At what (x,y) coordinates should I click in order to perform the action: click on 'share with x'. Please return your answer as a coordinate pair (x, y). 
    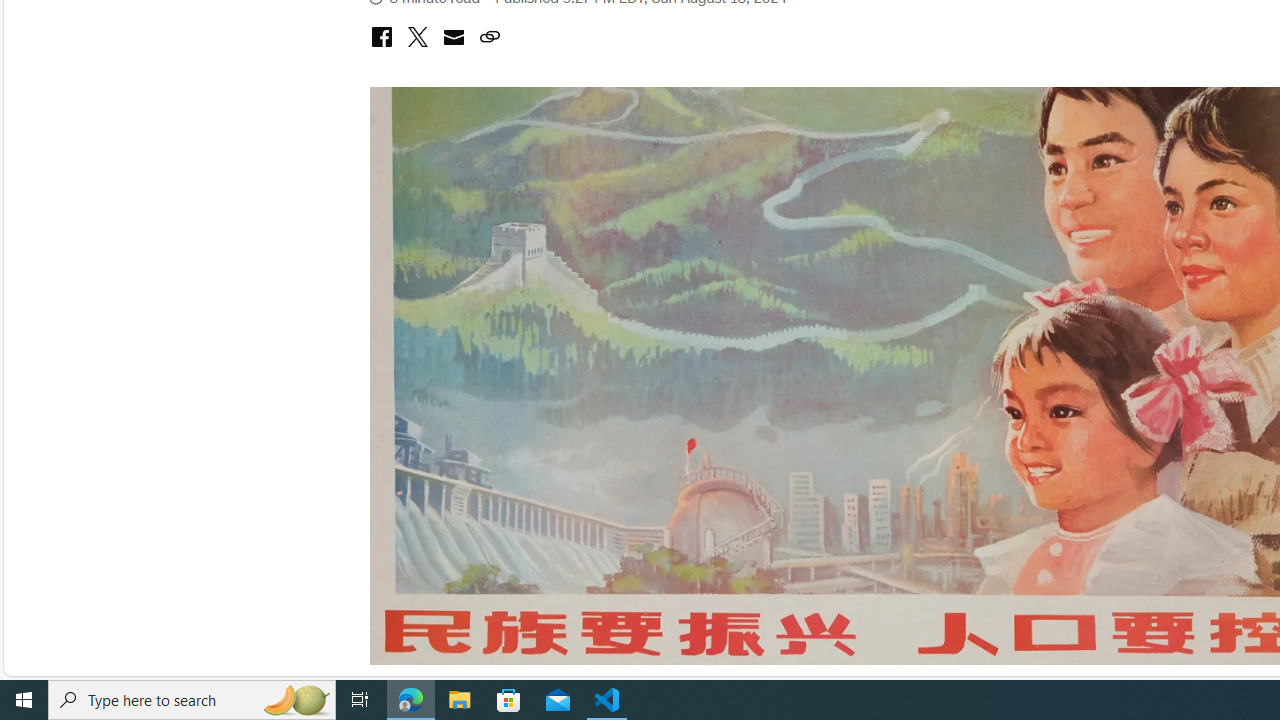
    Looking at the image, I should click on (416, 38).